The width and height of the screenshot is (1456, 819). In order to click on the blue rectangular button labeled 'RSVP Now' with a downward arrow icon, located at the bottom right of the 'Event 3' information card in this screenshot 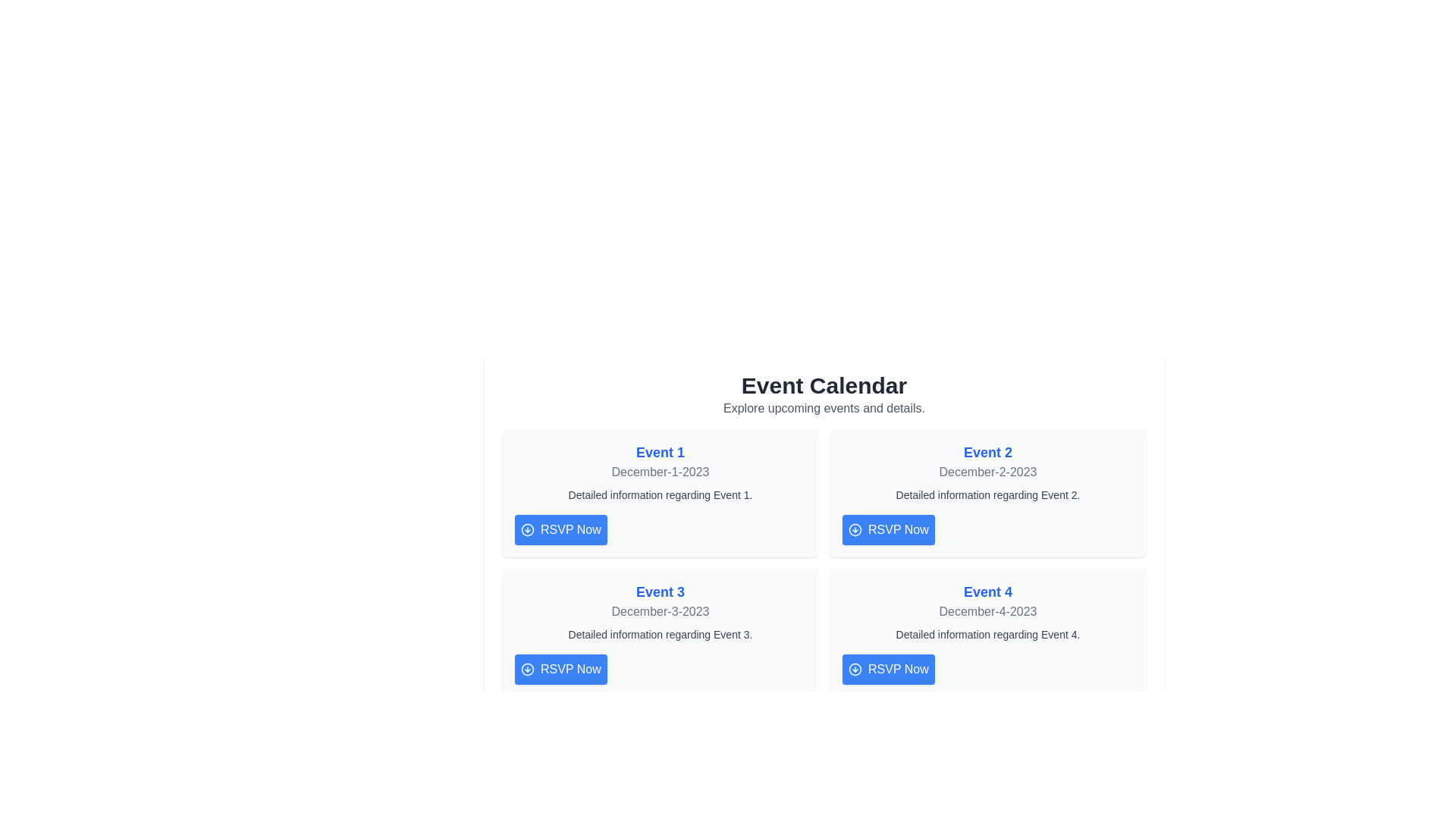, I will do `click(560, 669)`.